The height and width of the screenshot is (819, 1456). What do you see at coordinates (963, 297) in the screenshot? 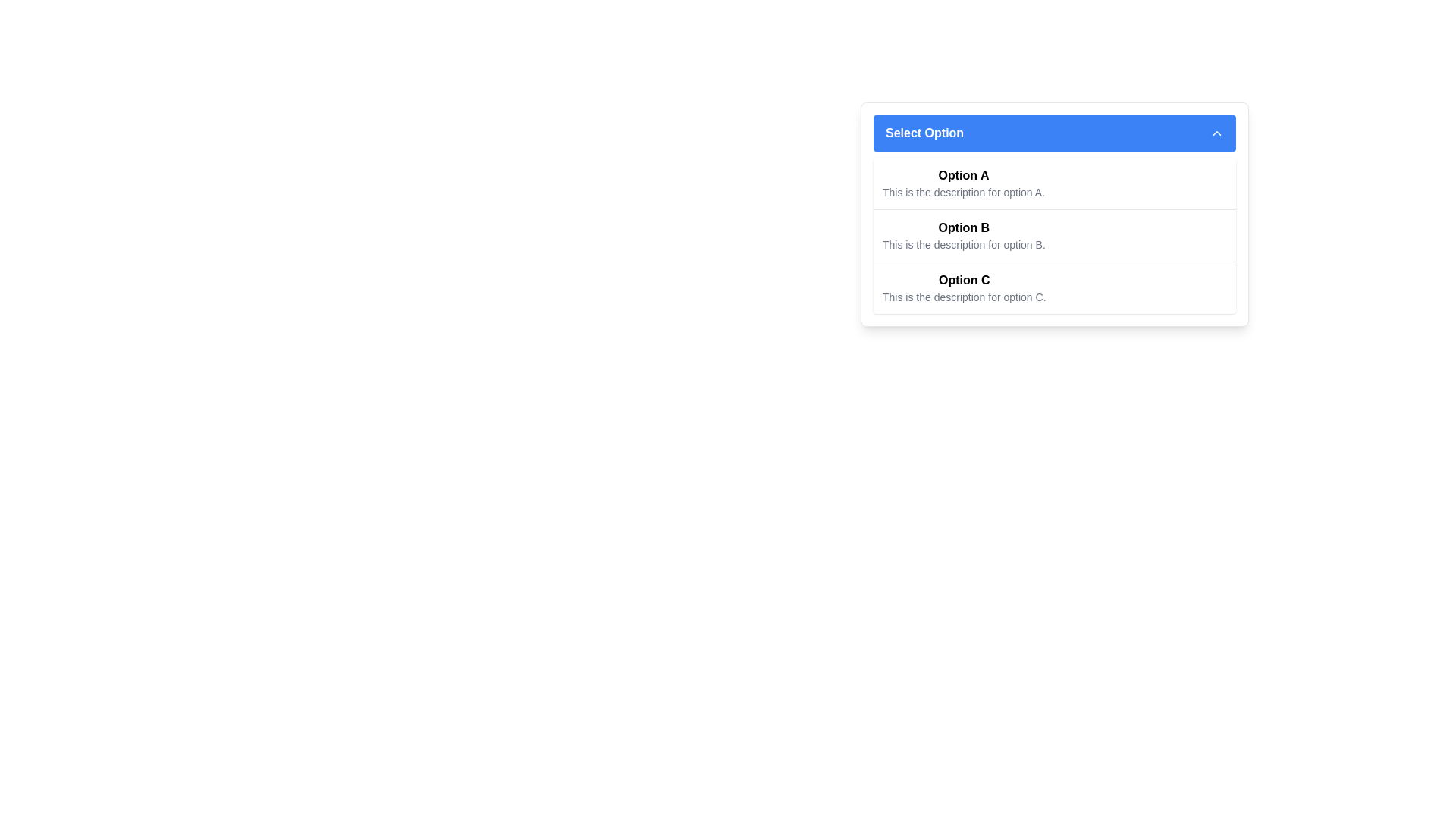
I see `text description located below the bold header 'Option C', which reads: 'This is the description for option C.'` at bounding box center [963, 297].